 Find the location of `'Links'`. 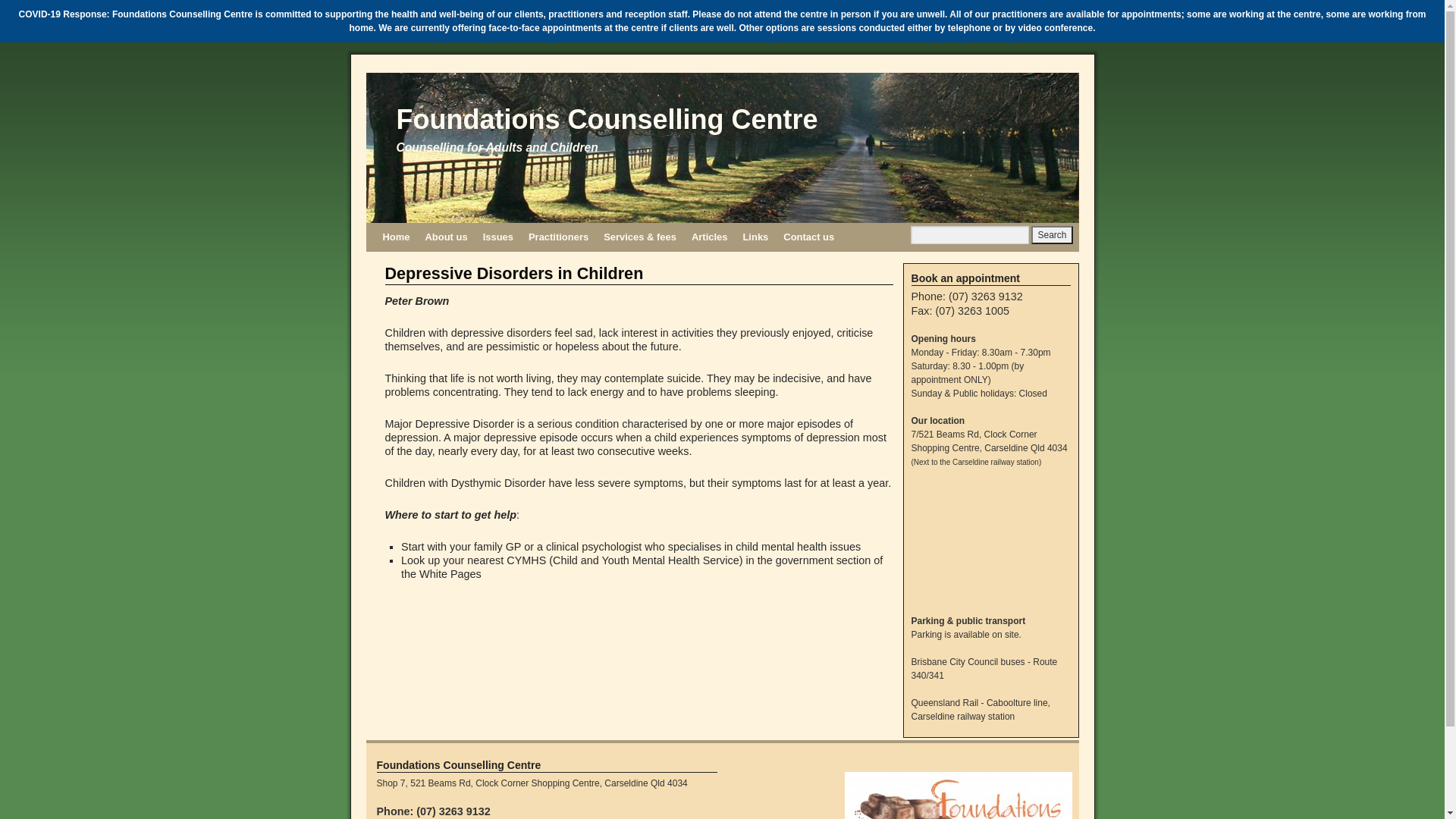

'Links' is located at coordinates (755, 237).